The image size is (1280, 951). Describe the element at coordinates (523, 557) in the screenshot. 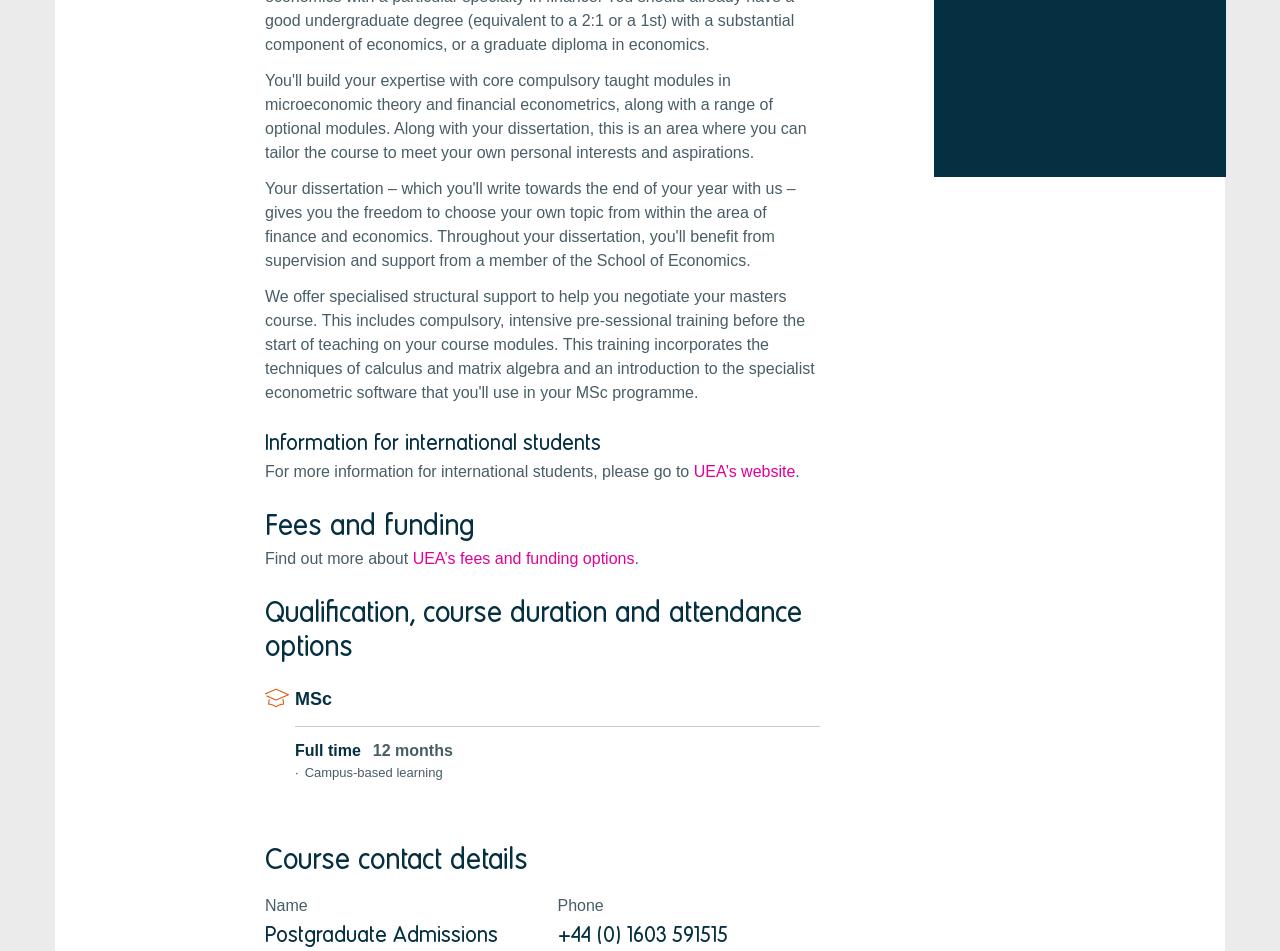

I see `'UEA’s fees and funding options'` at that location.